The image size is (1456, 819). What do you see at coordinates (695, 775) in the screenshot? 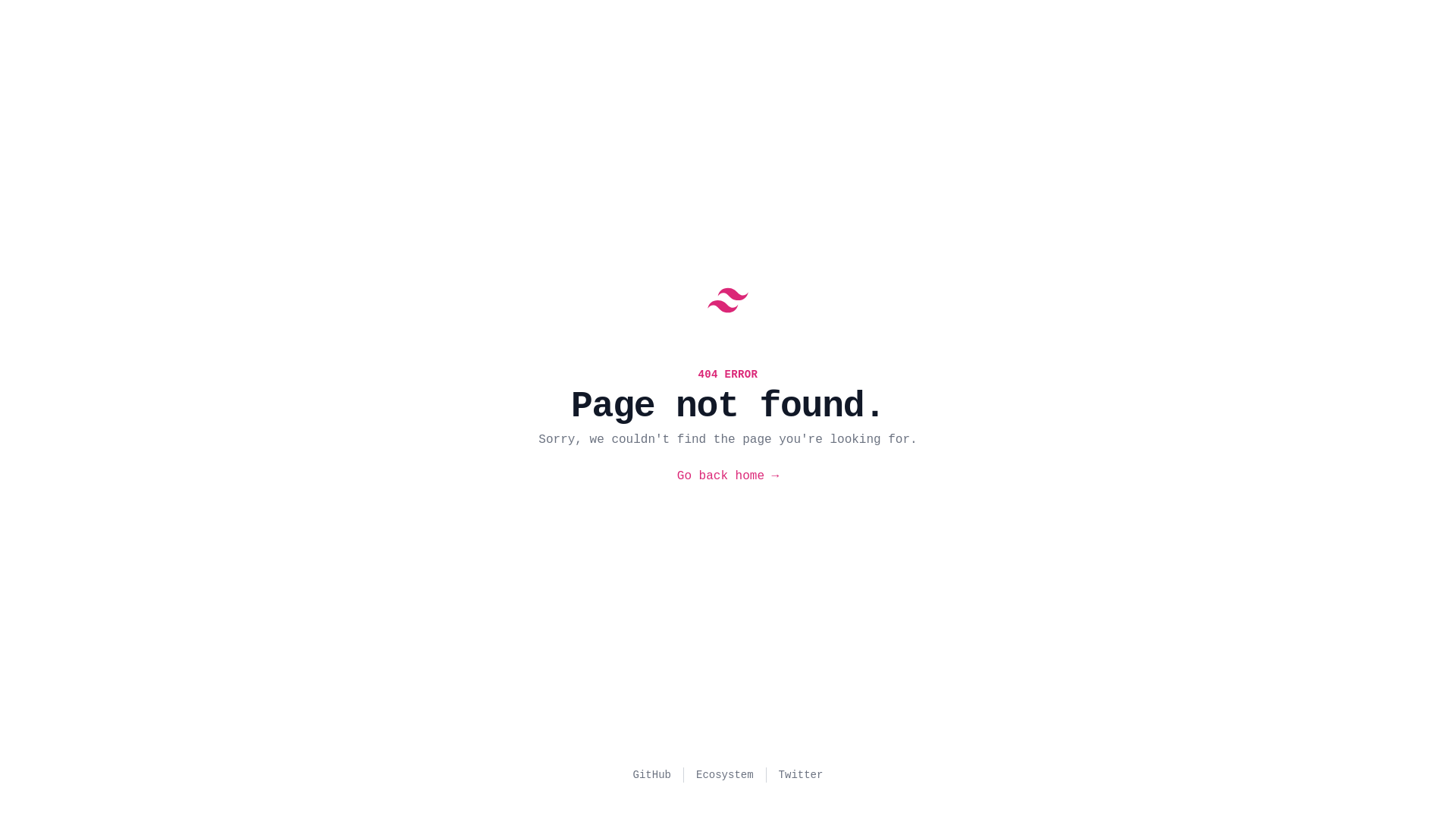
I see `'Ecosystem'` at bounding box center [695, 775].